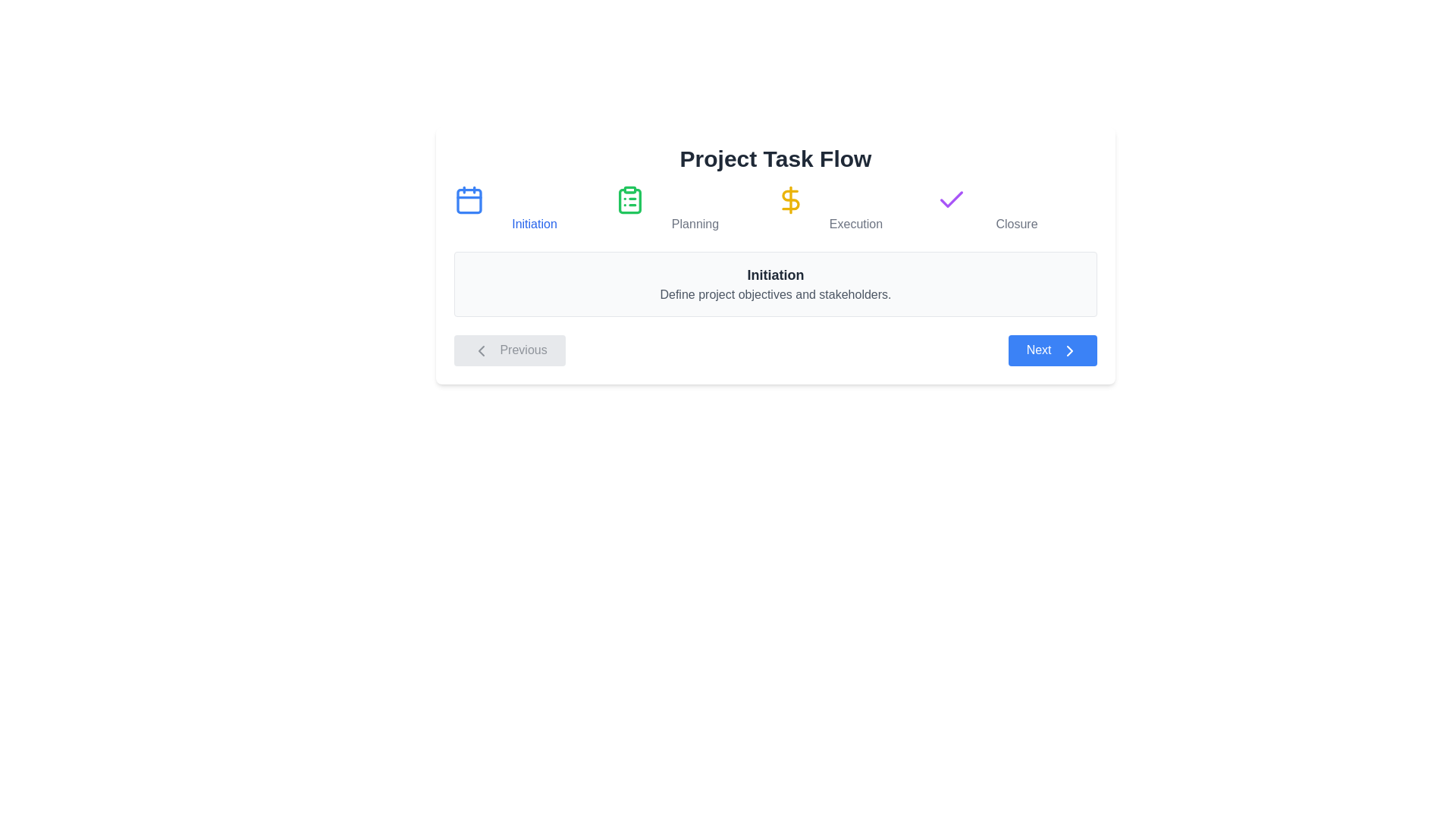  What do you see at coordinates (775, 295) in the screenshot?
I see `the text element reading 'Define project objectives and stakeholders.' which is positioned below the 'Initiation' header` at bounding box center [775, 295].